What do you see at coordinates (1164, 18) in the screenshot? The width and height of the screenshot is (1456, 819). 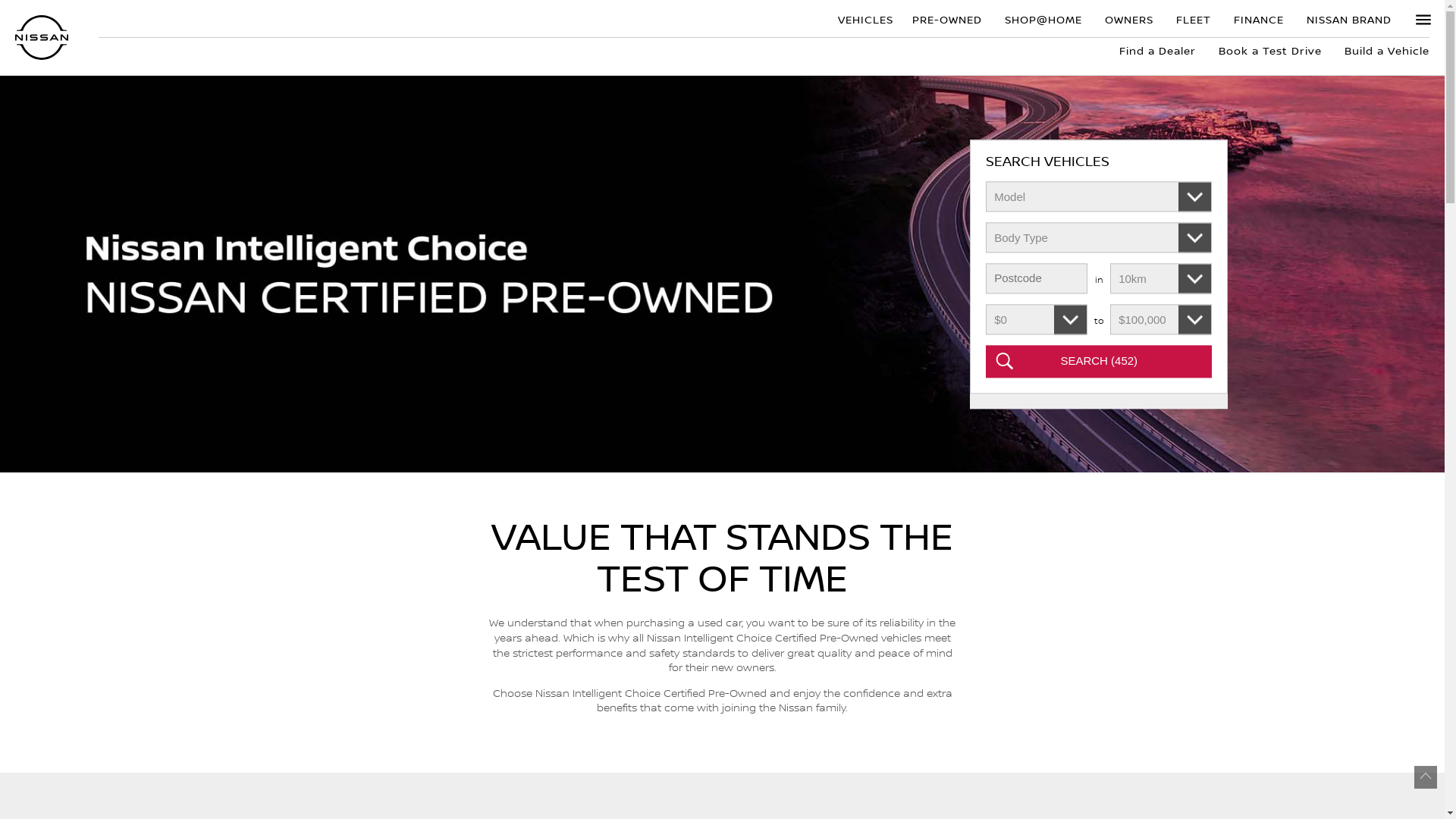 I see `'FLEET'` at bounding box center [1164, 18].